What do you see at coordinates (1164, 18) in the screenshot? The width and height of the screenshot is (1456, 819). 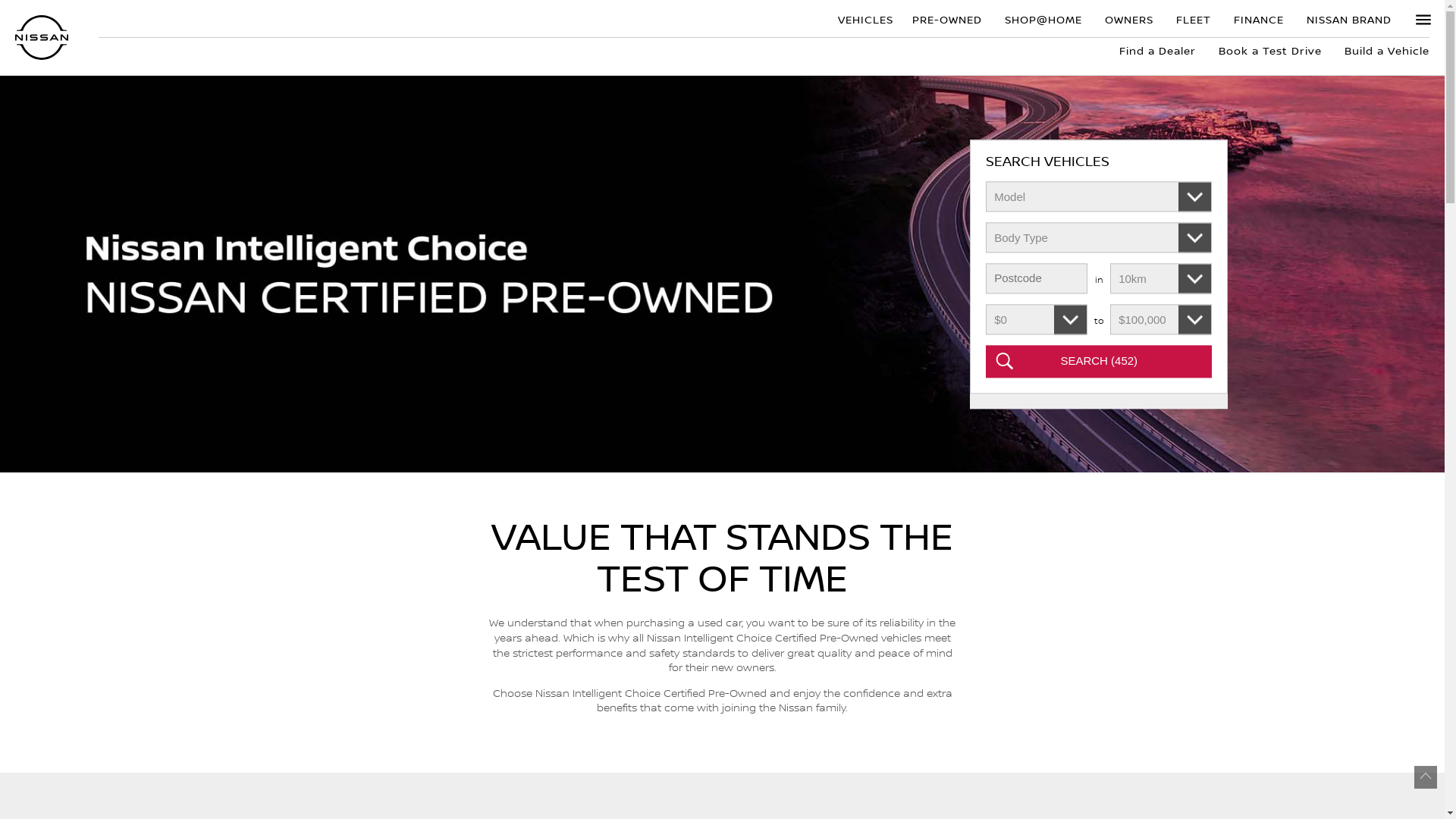 I see `'FLEET'` at bounding box center [1164, 18].